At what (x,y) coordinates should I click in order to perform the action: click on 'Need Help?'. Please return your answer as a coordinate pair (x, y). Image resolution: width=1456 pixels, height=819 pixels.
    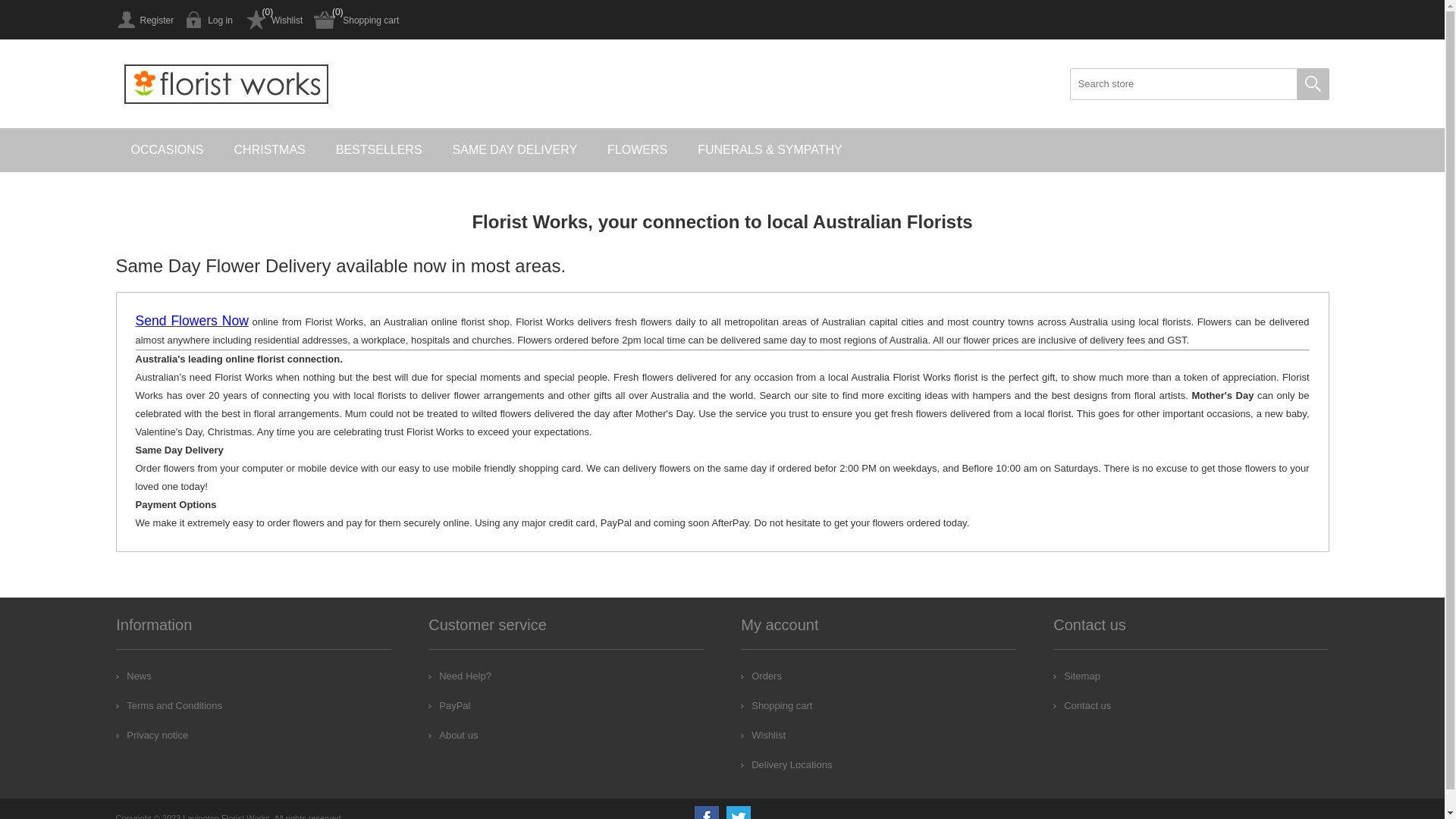
    Looking at the image, I should click on (459, 675).